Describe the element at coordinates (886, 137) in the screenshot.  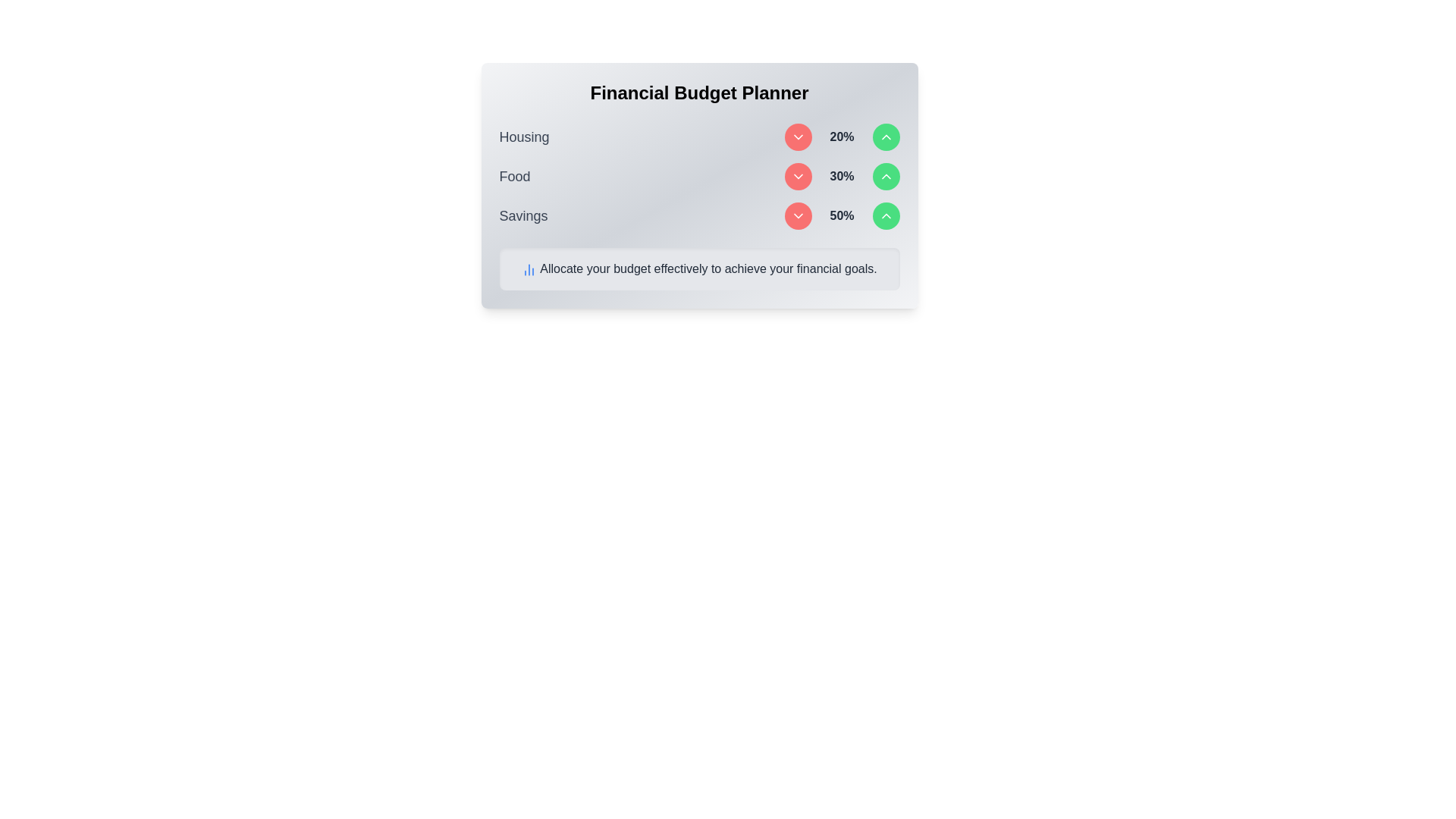
I see `the upward-facing chevron icon button, which is a white outline inside a circular green button, located in the rightmost column of the 'Savings' row in the interactive section` at that location.